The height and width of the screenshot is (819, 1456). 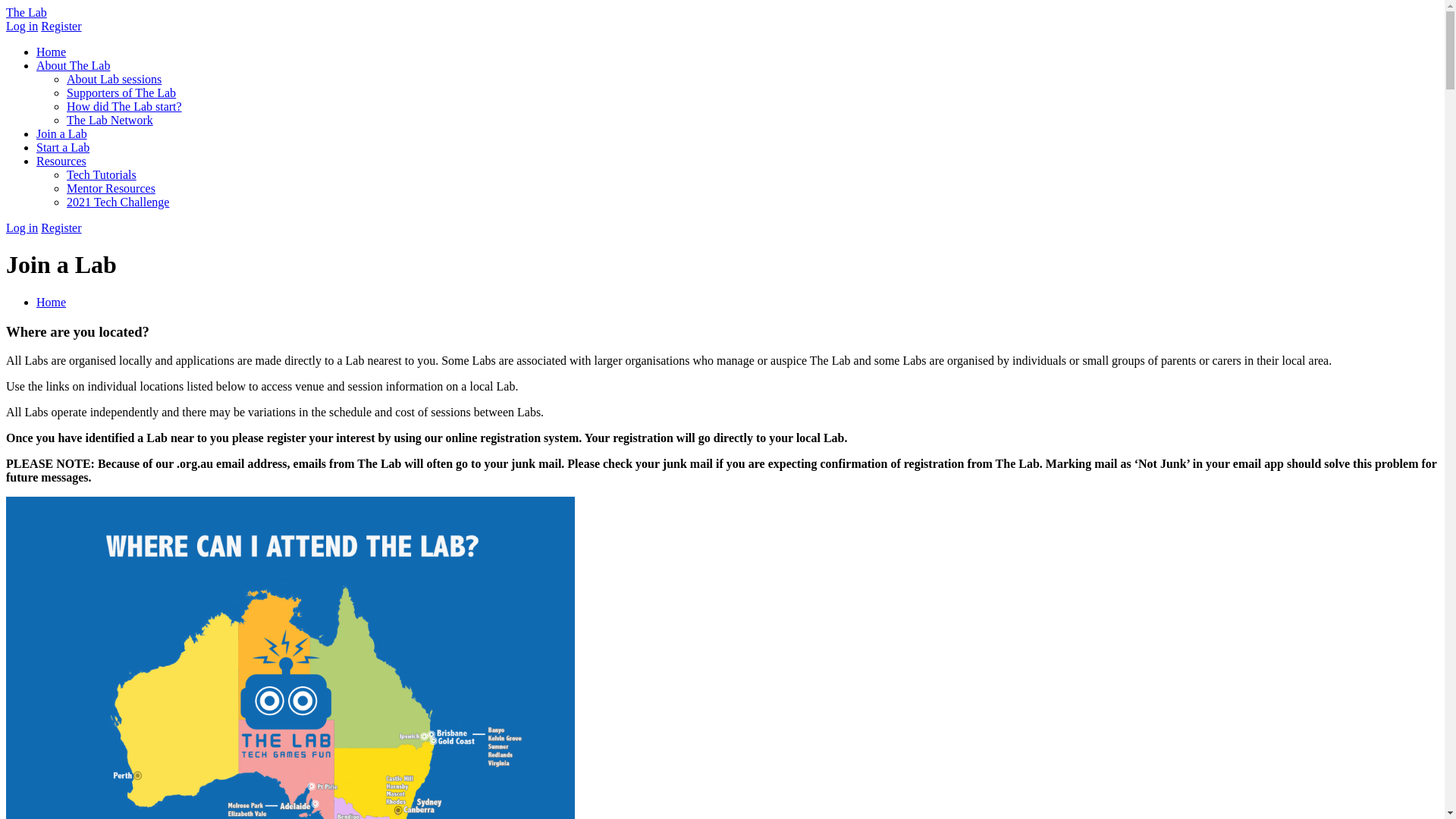 I want to click on 'About Lab sessions', so click(x=65, y=79).